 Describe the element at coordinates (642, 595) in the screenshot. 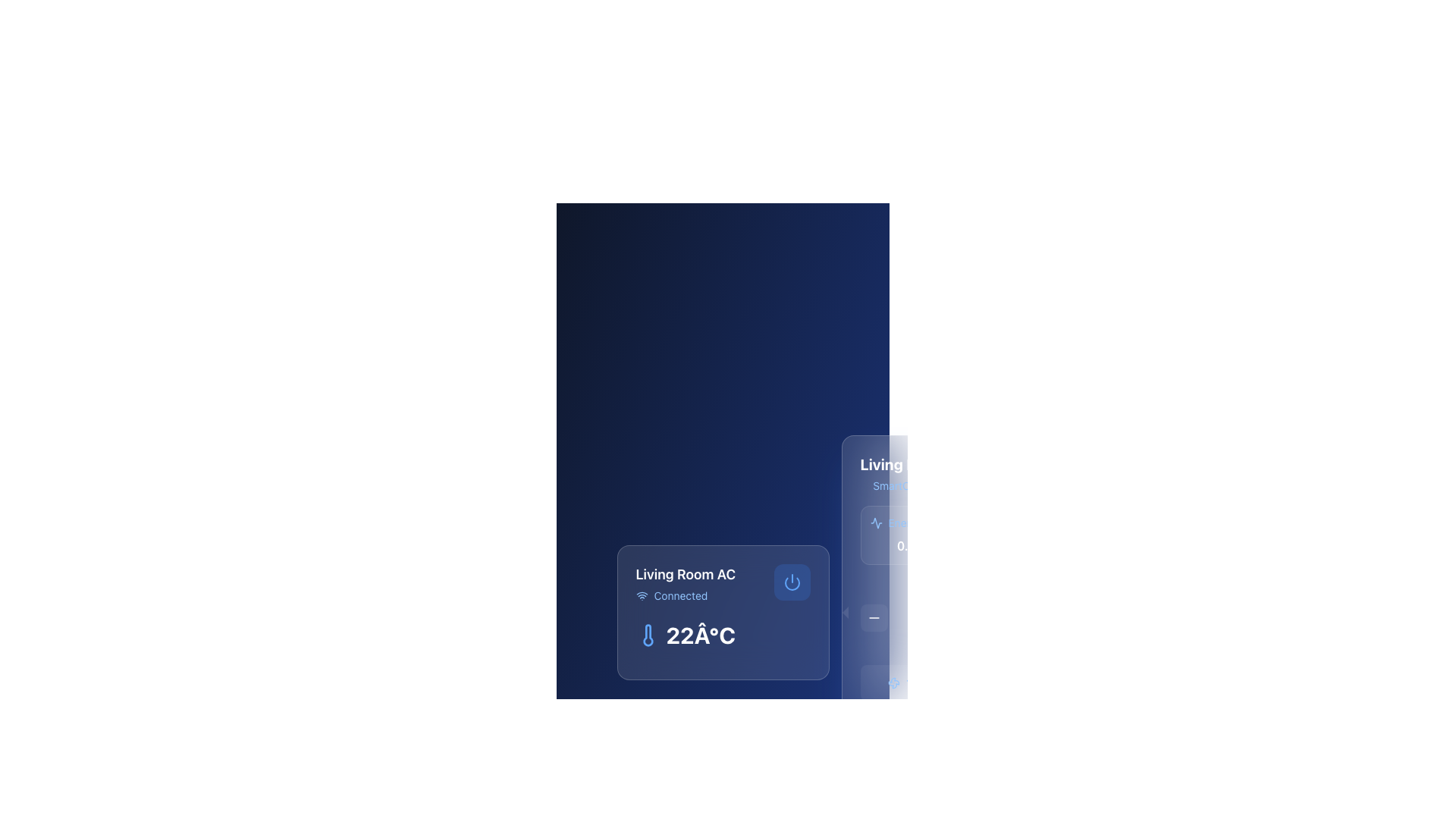

I see `the Wi-Fi icon that indicates the status of the wireless connection, located to the left of the text 'Connected'` at that location.